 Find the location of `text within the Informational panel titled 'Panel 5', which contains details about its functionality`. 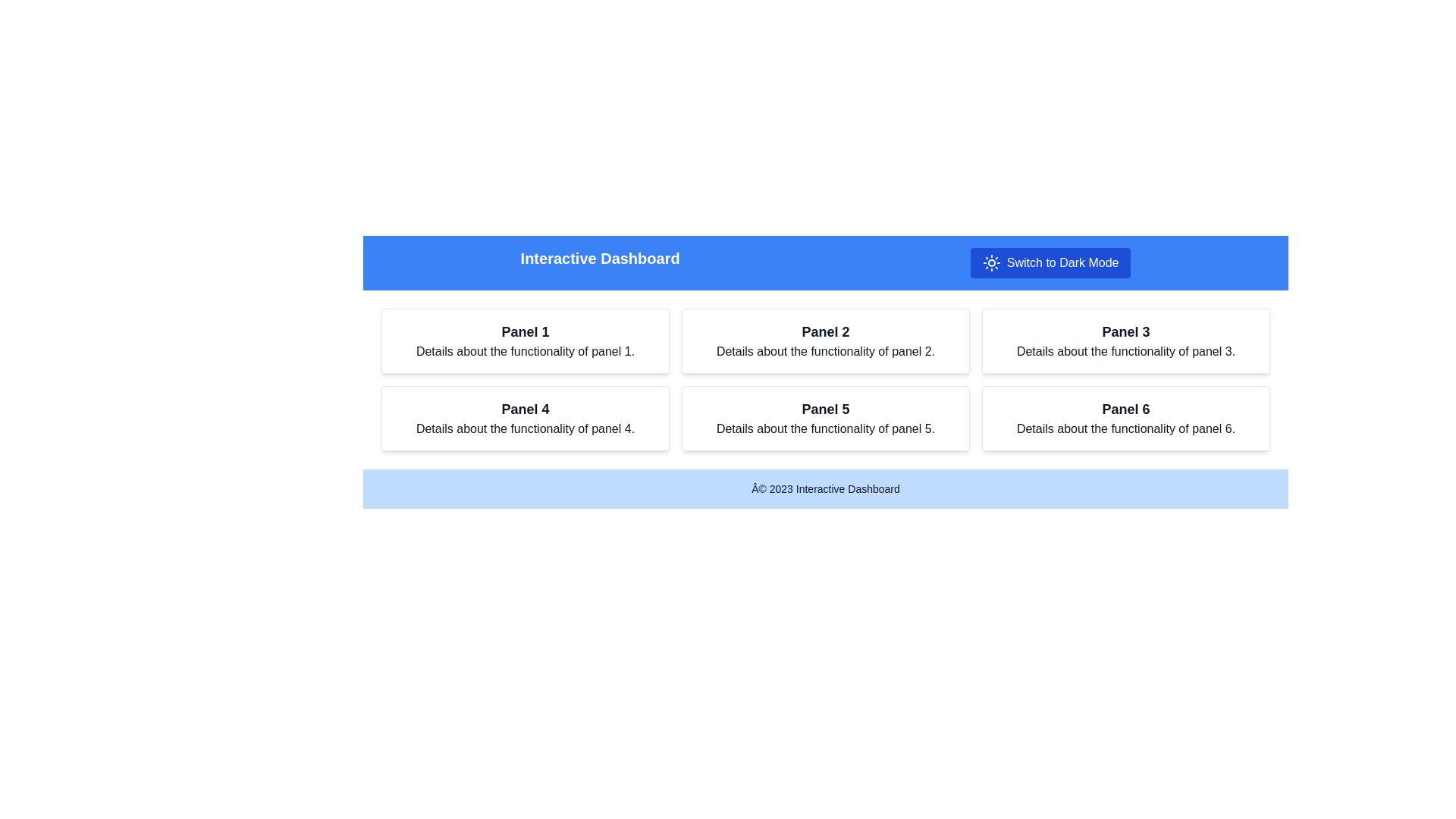

text within the Informational panel titled 'Panel 5', which contains details about its functionality is located at coordinates (825, 418).